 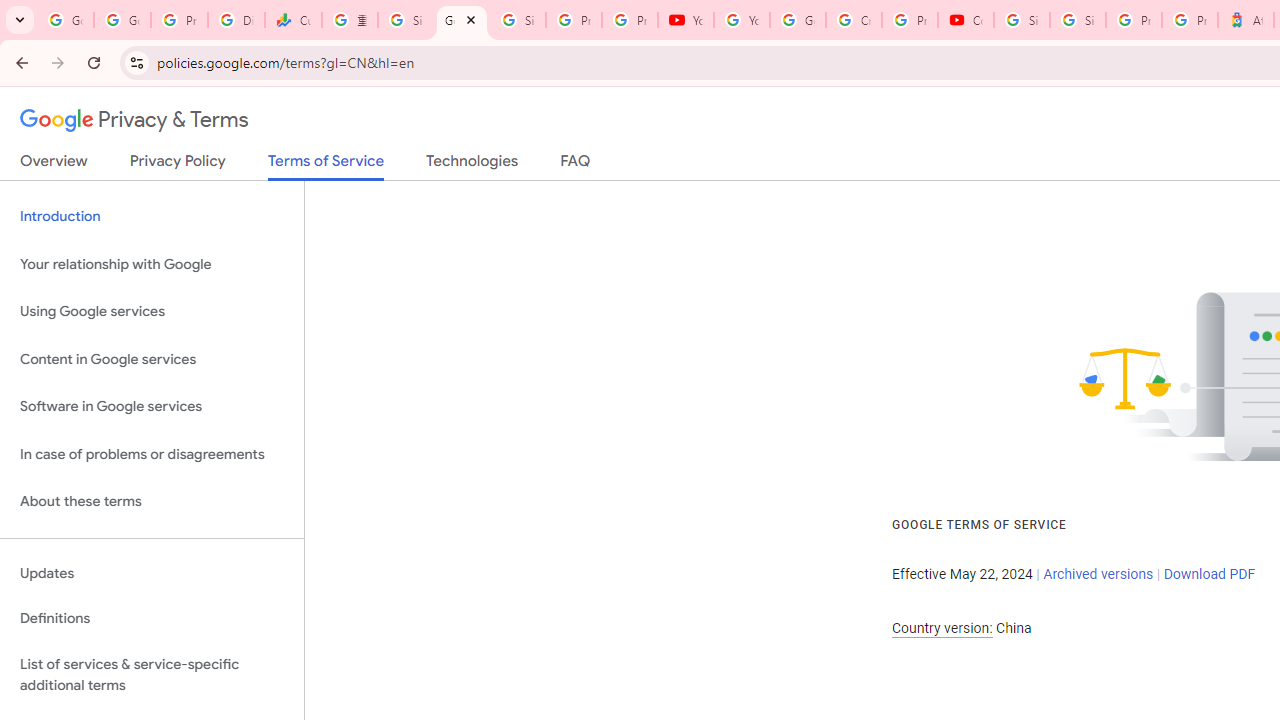 I want to click on 'Archived versions', so click(x=1097, y=574).